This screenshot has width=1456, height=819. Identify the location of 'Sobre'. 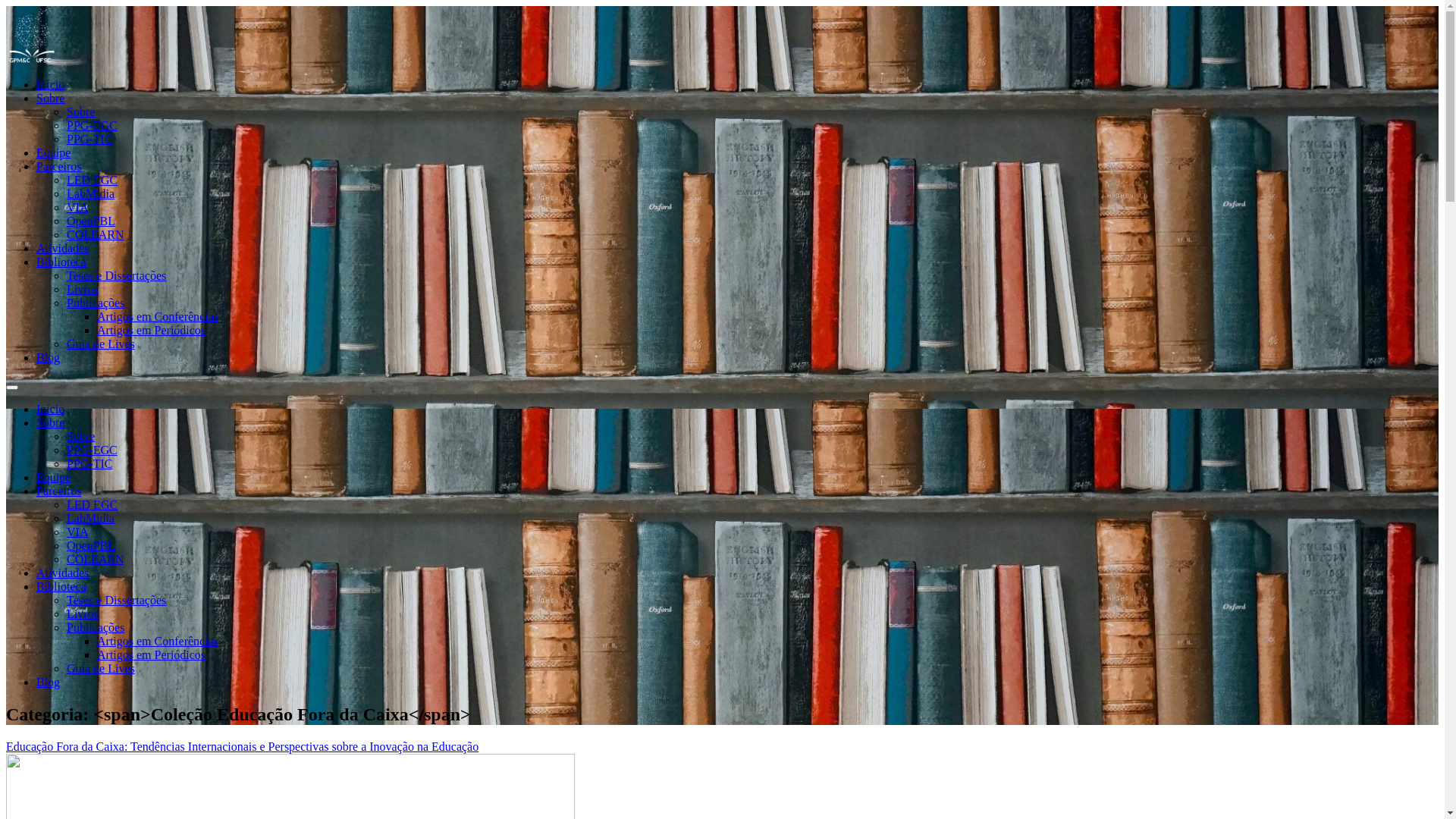
(80, 436).